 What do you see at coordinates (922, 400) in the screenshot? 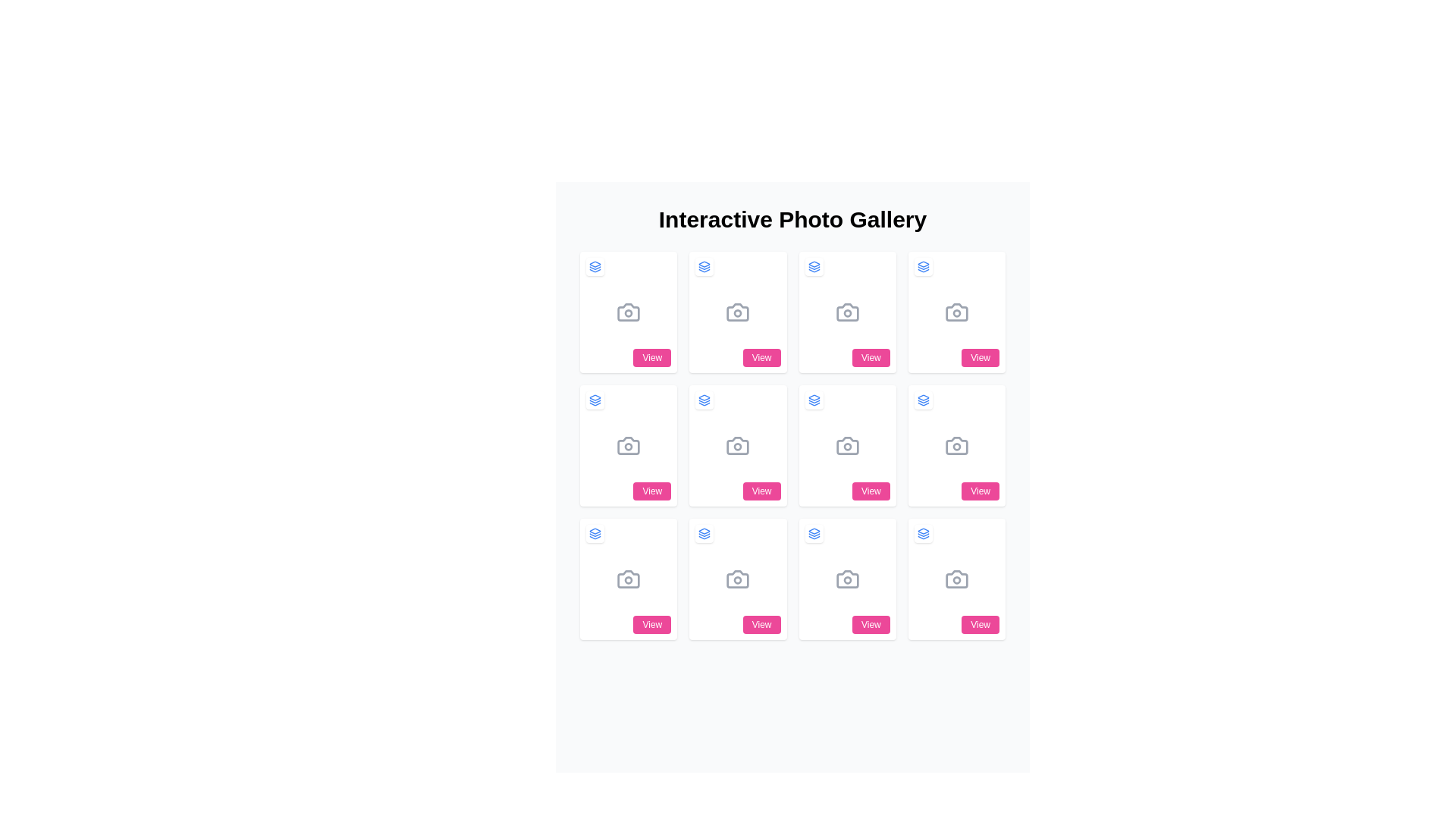
I see `the small blue layers icon located at the top-left corner of the card element` at bounding box center [922, 400].